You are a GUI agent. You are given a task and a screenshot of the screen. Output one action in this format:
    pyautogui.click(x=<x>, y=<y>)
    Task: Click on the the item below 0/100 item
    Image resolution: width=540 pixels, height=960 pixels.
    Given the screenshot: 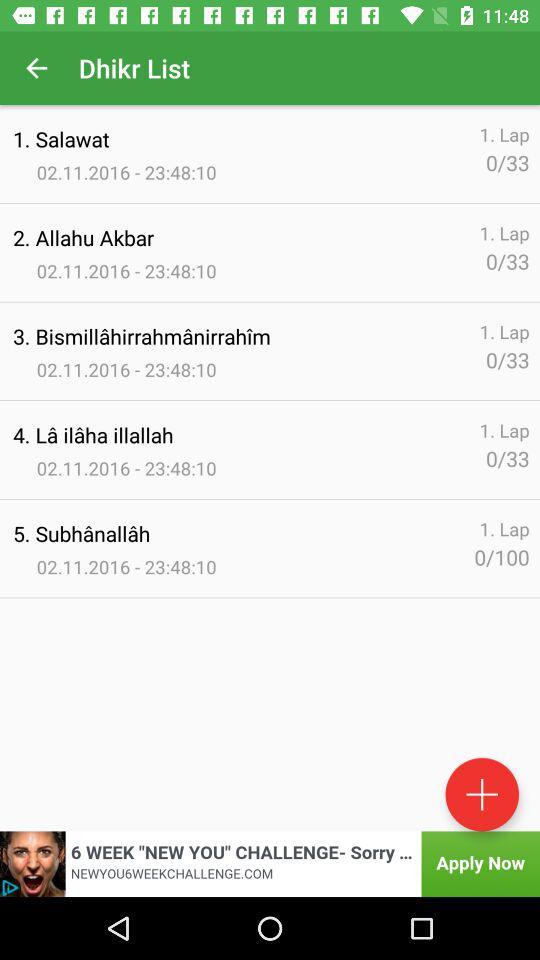 What is the action you would take?
    pyautogui.click(x=481, y=794)
    